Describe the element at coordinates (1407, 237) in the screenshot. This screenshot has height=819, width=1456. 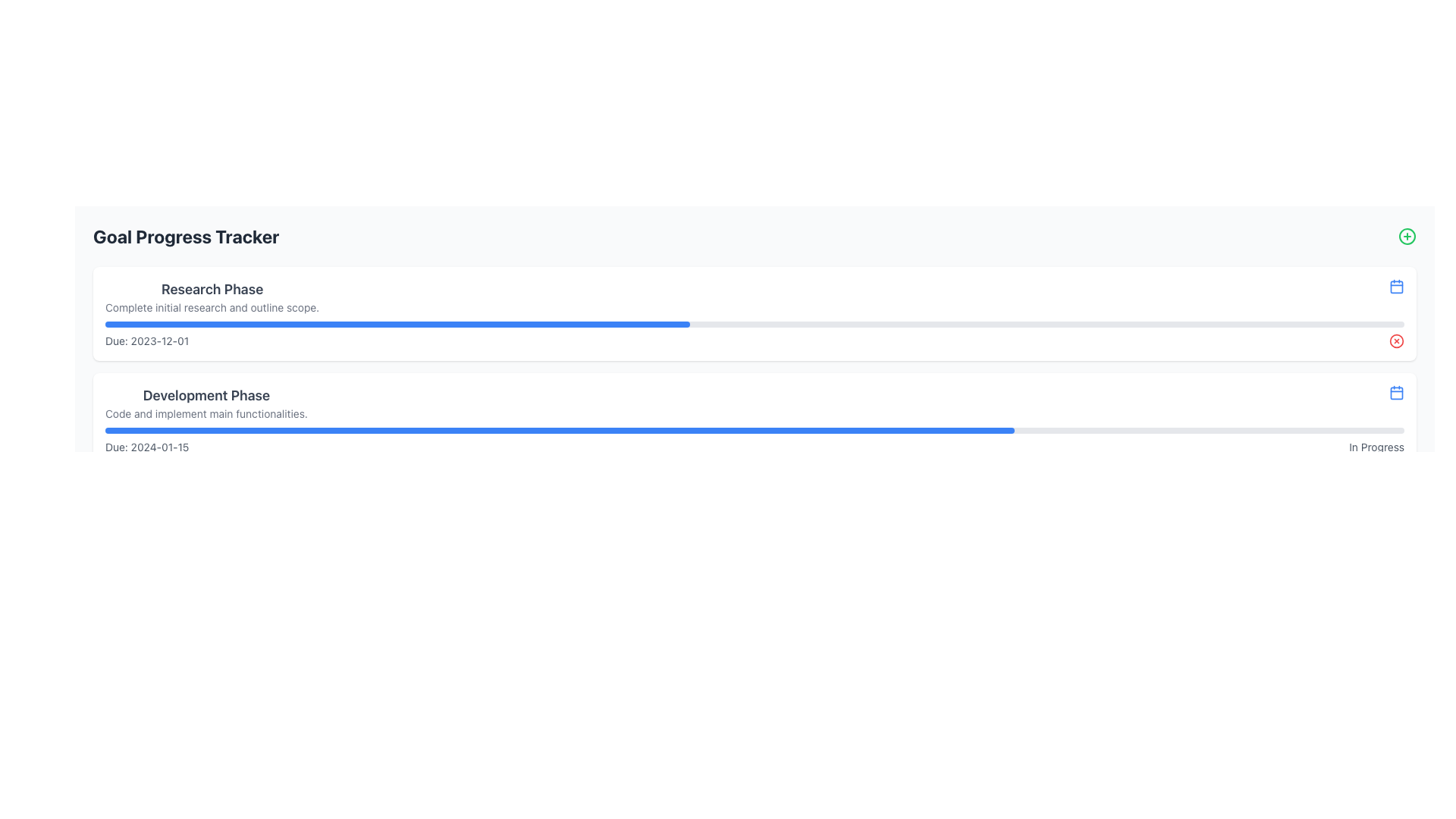
I see `the SVG circle element in the top-right corner that represents a 'plus' action, indicating the ability to add items` at that location.